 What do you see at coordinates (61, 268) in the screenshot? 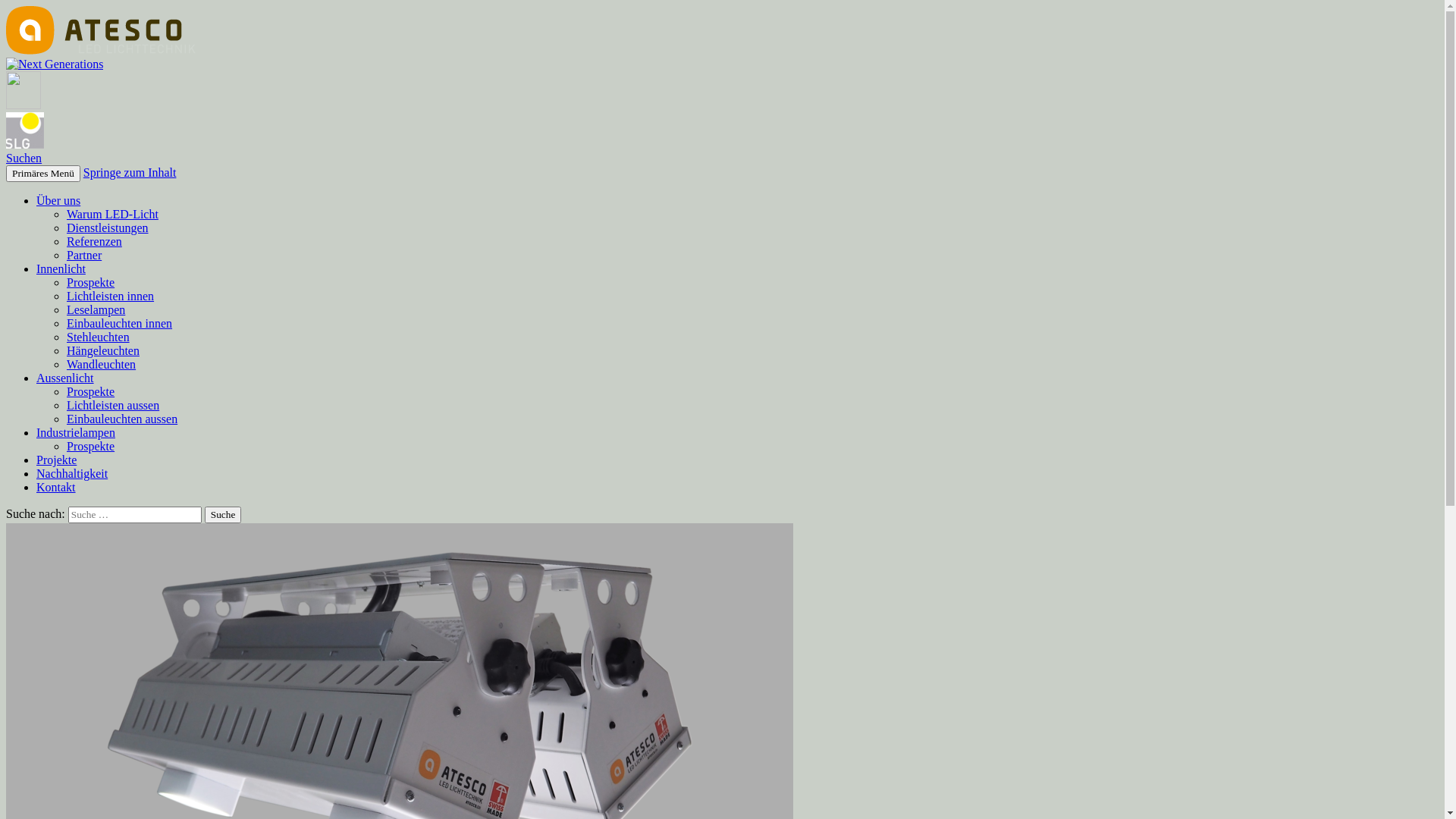
I see `'Innenlicht'` at bounding box center [61, 268].